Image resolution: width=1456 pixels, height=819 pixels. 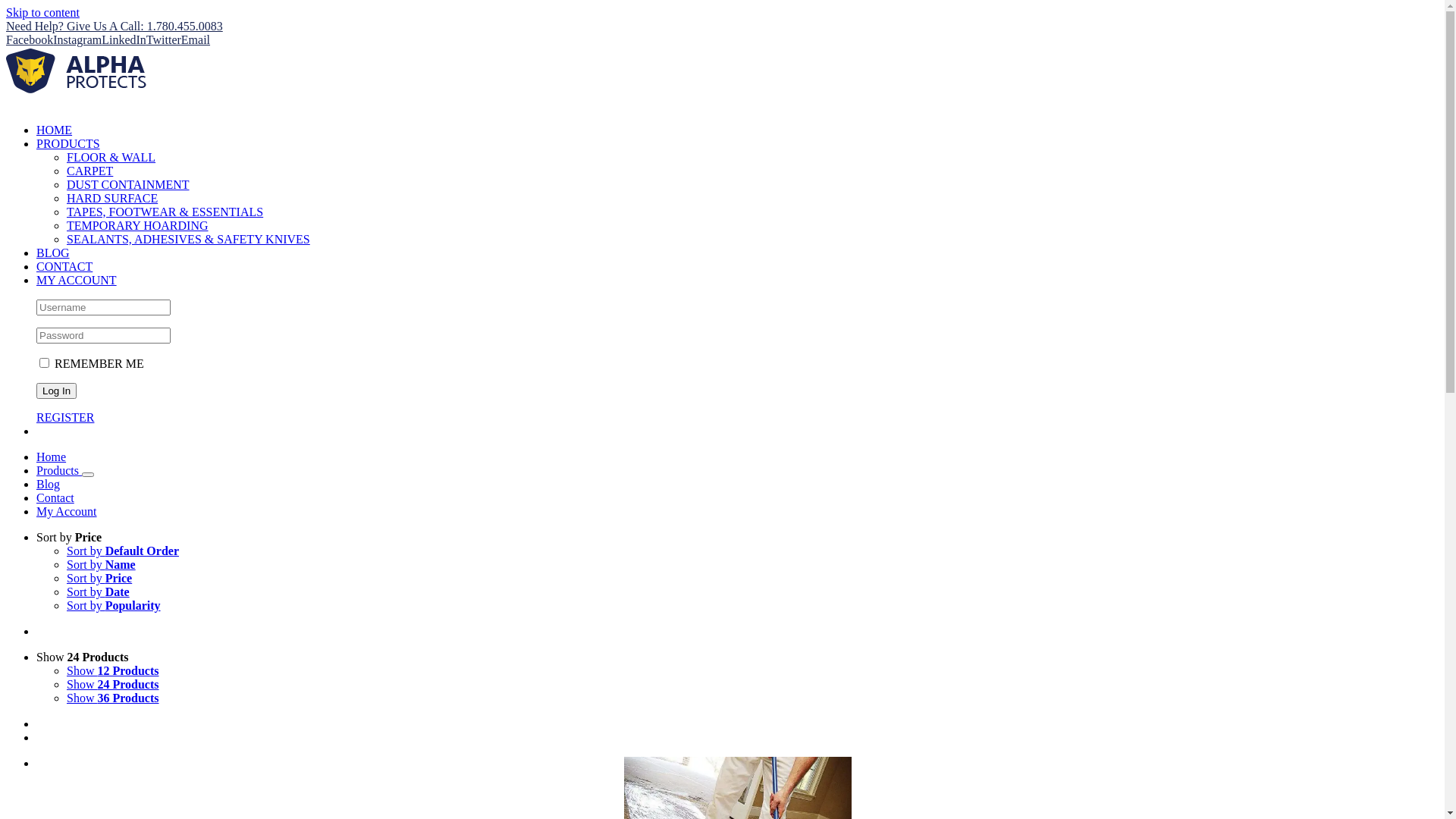 What do you see at coordinates (181, 39) in the screenshot?
I see `'Email'` at bounding box center [181, 39].